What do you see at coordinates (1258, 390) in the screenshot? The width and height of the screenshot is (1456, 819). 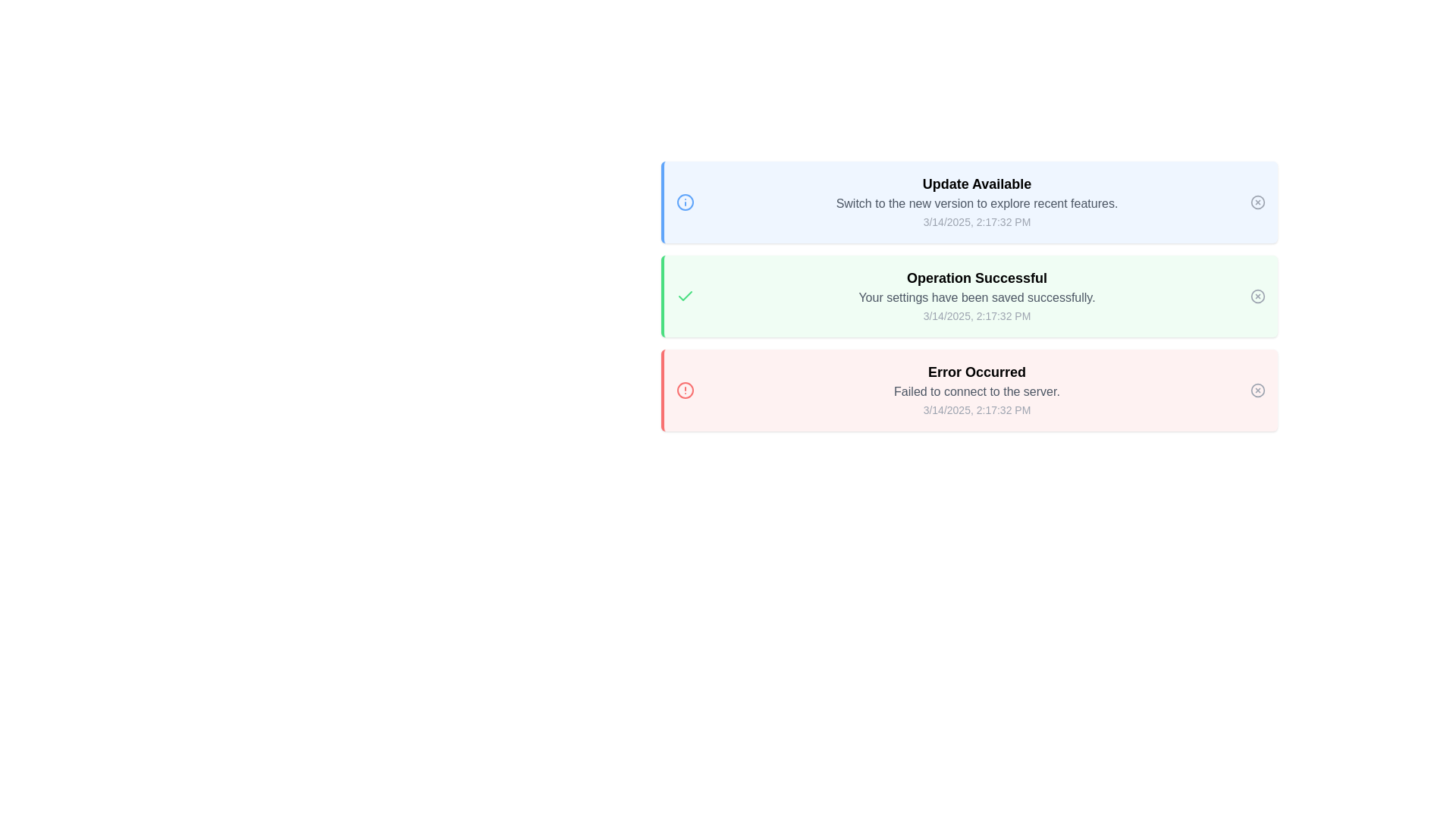 I see `the dismiss button located at the bottom-right of the 'Error Occurred' message card, which has a red border` at bounding box center [1258, 390].